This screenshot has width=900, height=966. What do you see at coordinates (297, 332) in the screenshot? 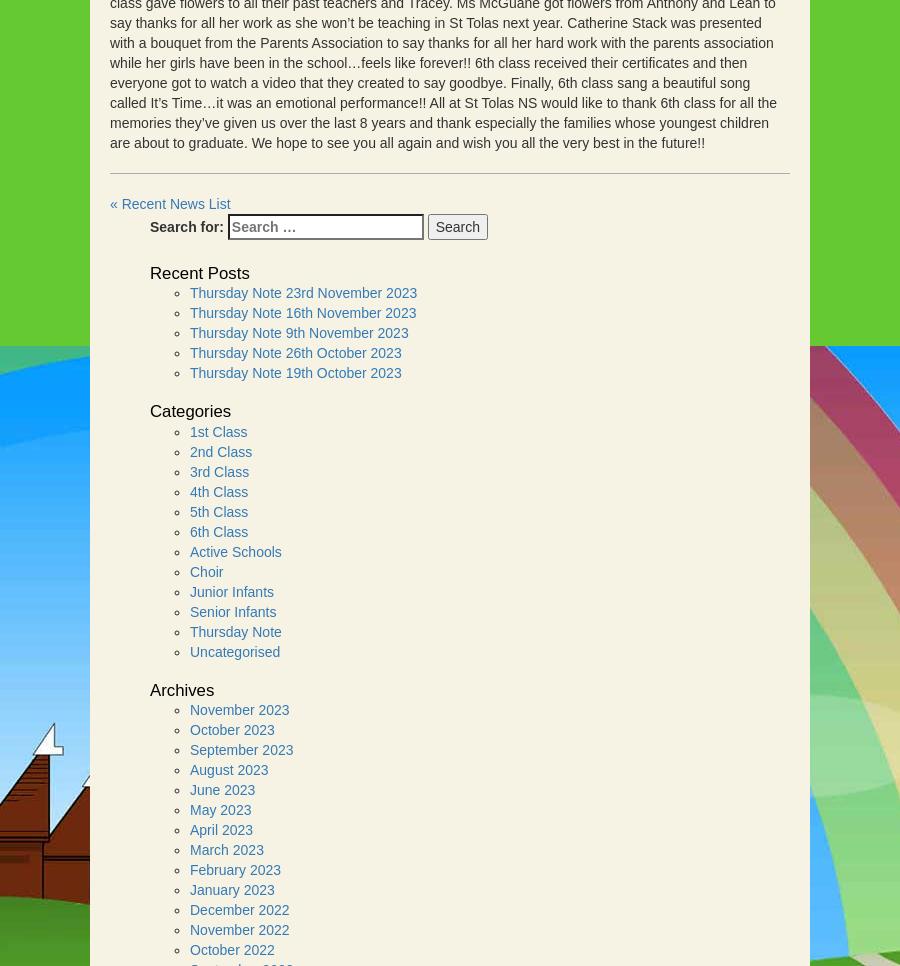
I see `'Thursday Note 9th November 2023'` at bounding box center [297, 332].